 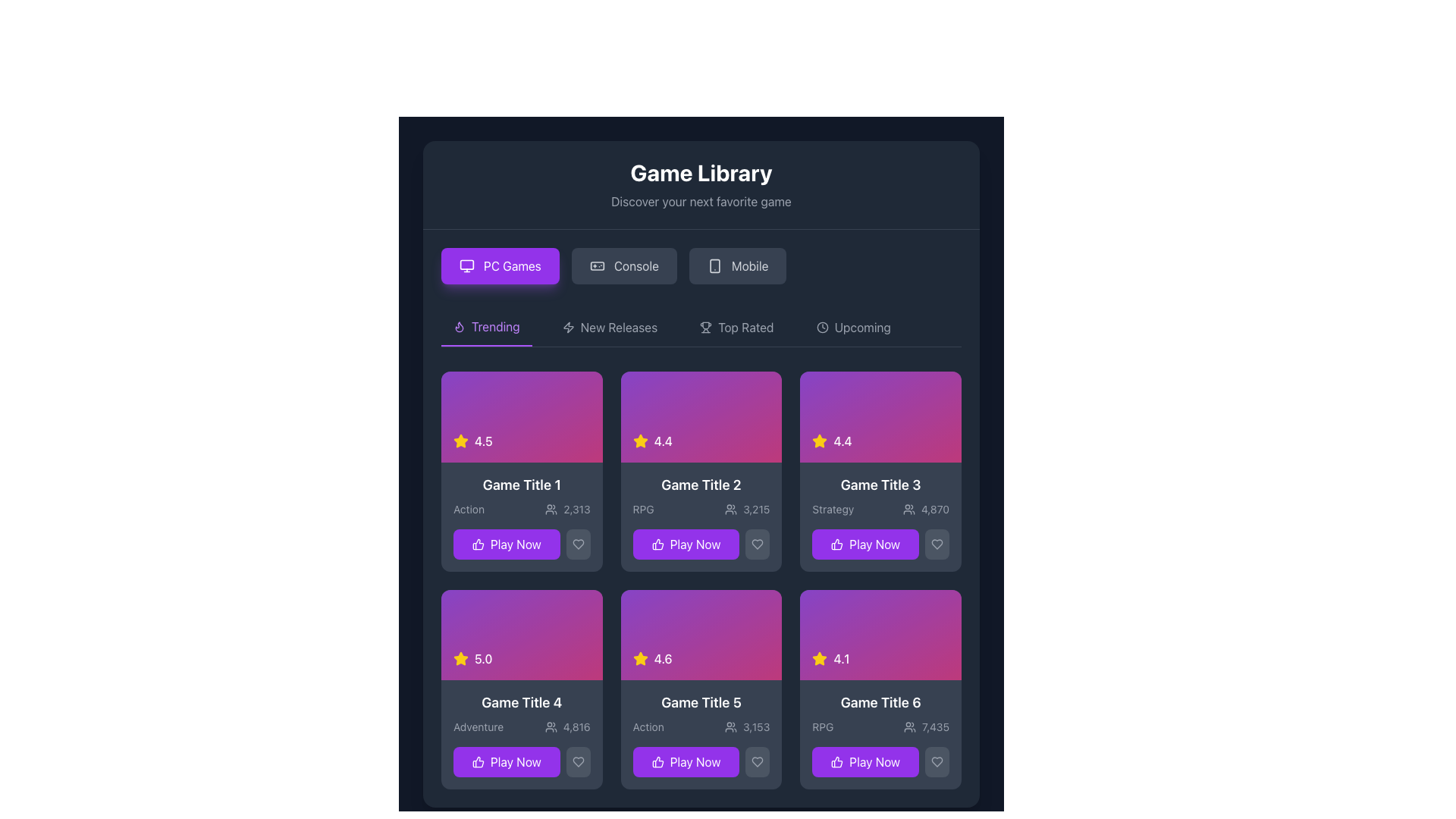 What do you see at coordinates (577, 762) in the screenshot?
I see `the heart-shaped icon button located at the bottom right corner of the card for 'Game Title 4'` at bounding box center [577, 762].